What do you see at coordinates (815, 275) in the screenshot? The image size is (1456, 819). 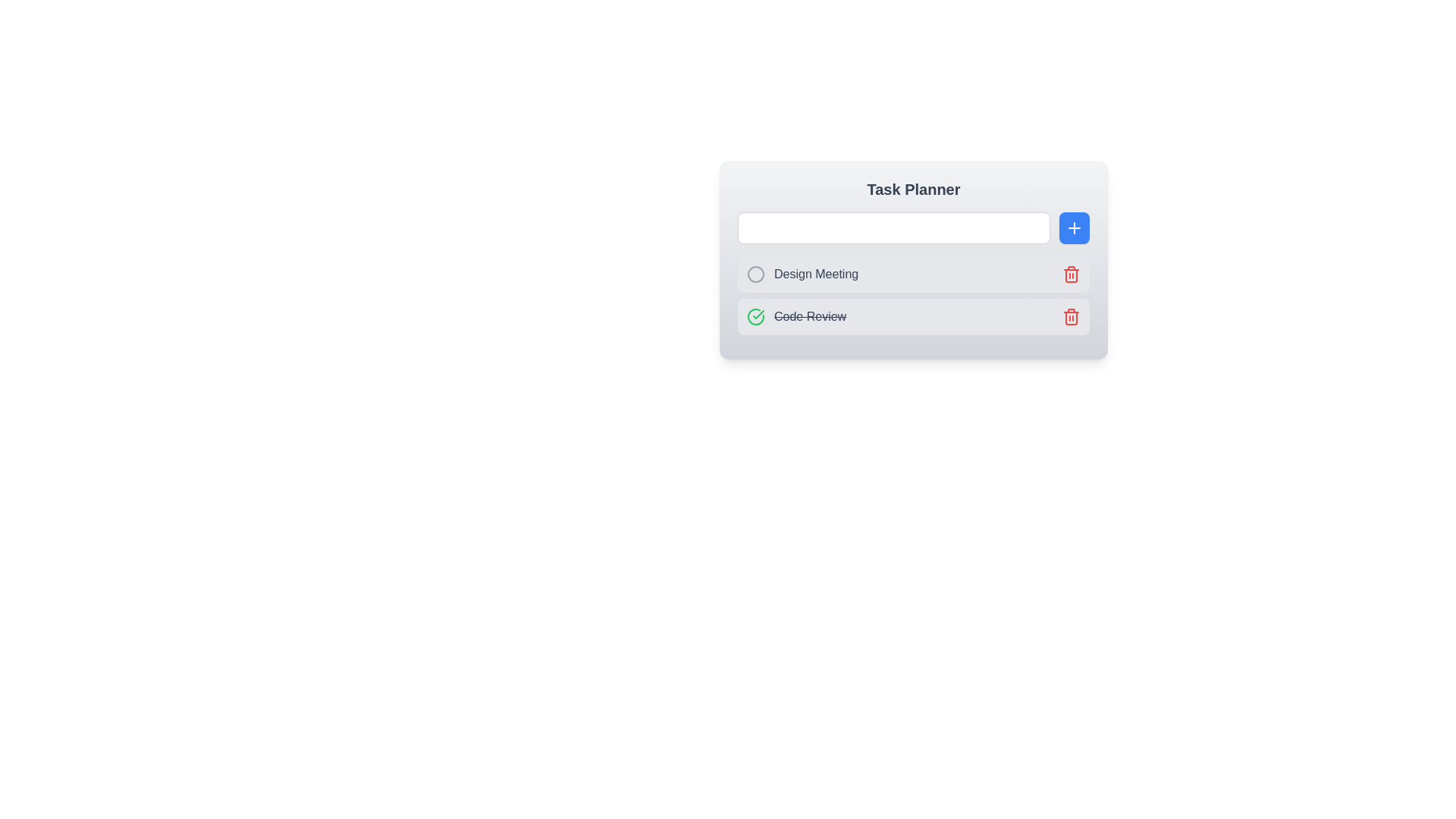 I see `the 'Design Meeting' text element, which is a dark gray label in the task planner section, positioned to the right of a circular icon` at bounding box center [815, 275].